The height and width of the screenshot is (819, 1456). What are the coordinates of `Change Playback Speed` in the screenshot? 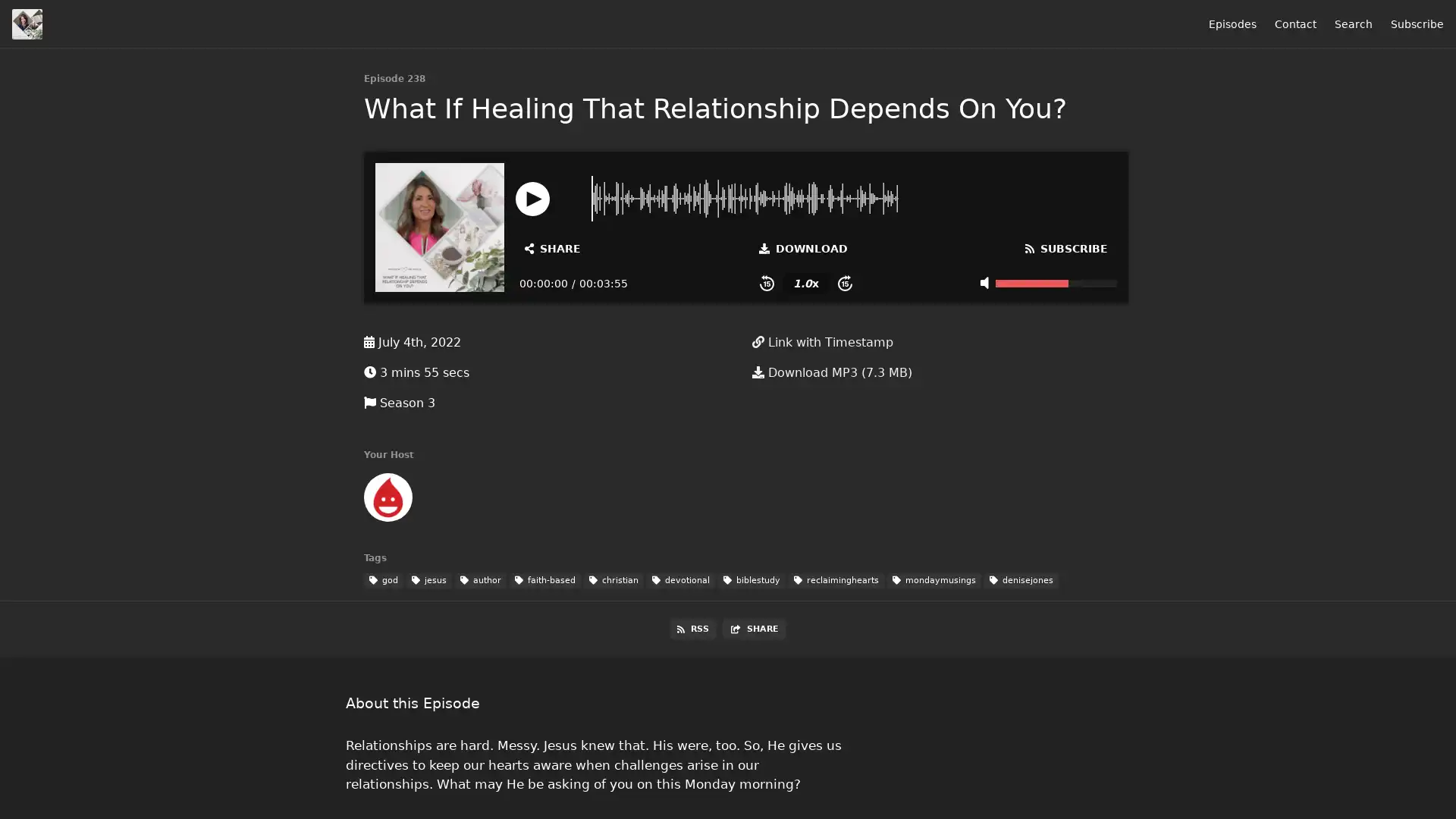 It's located at (805, 283).